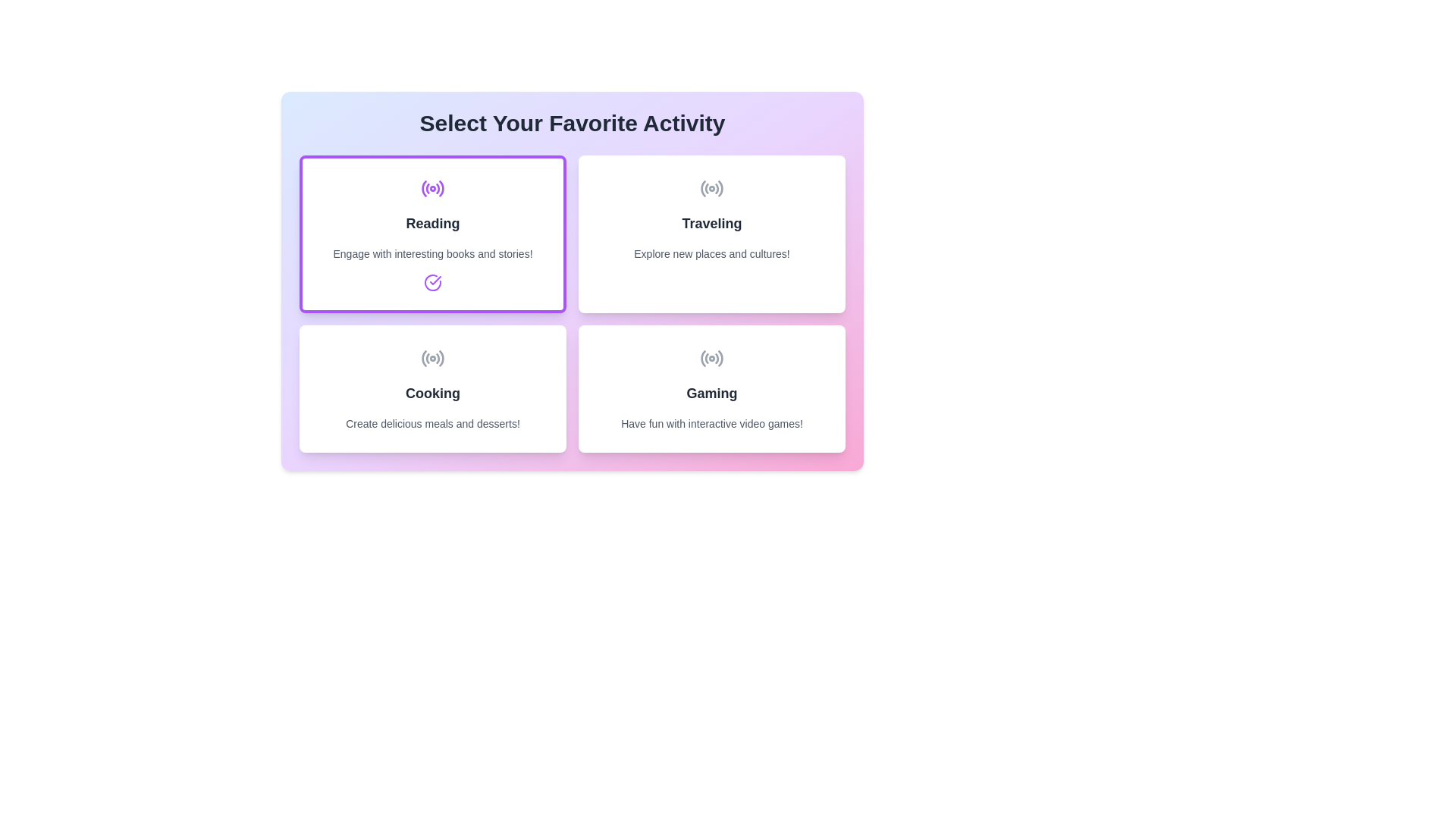 The width and height of the screenshot is (1456, 819). Describe the element at coordinates (437, 188) in the screenshot. I see `the decorative curve of the 'Reading' selection icon located in the upper-left selection card` at that location.